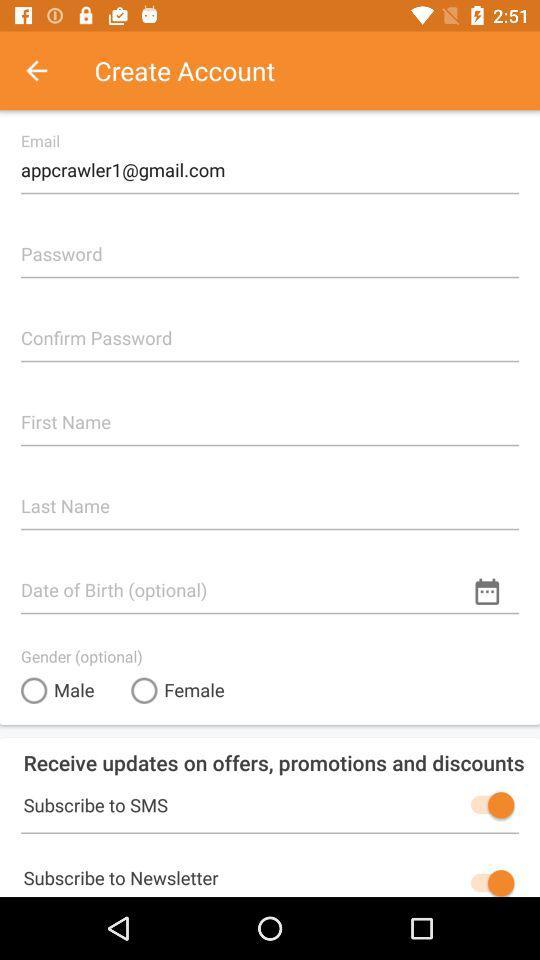 The width and height of the screenshot is (540, 960). Describe the element at coordinates (177, 690) in the screenshot. I see `the icon next to male icon` at that location.